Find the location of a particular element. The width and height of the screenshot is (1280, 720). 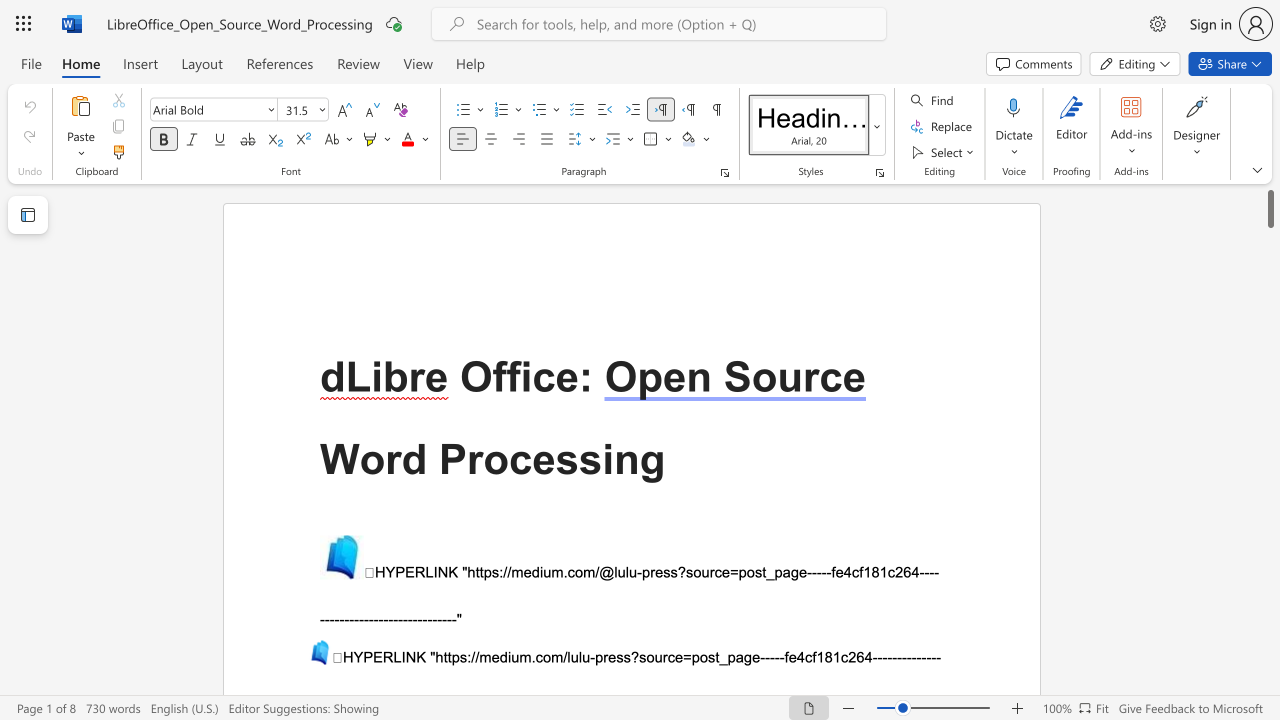

the page's right scrollbar for downward movement is located at coordinates (1269, 450).